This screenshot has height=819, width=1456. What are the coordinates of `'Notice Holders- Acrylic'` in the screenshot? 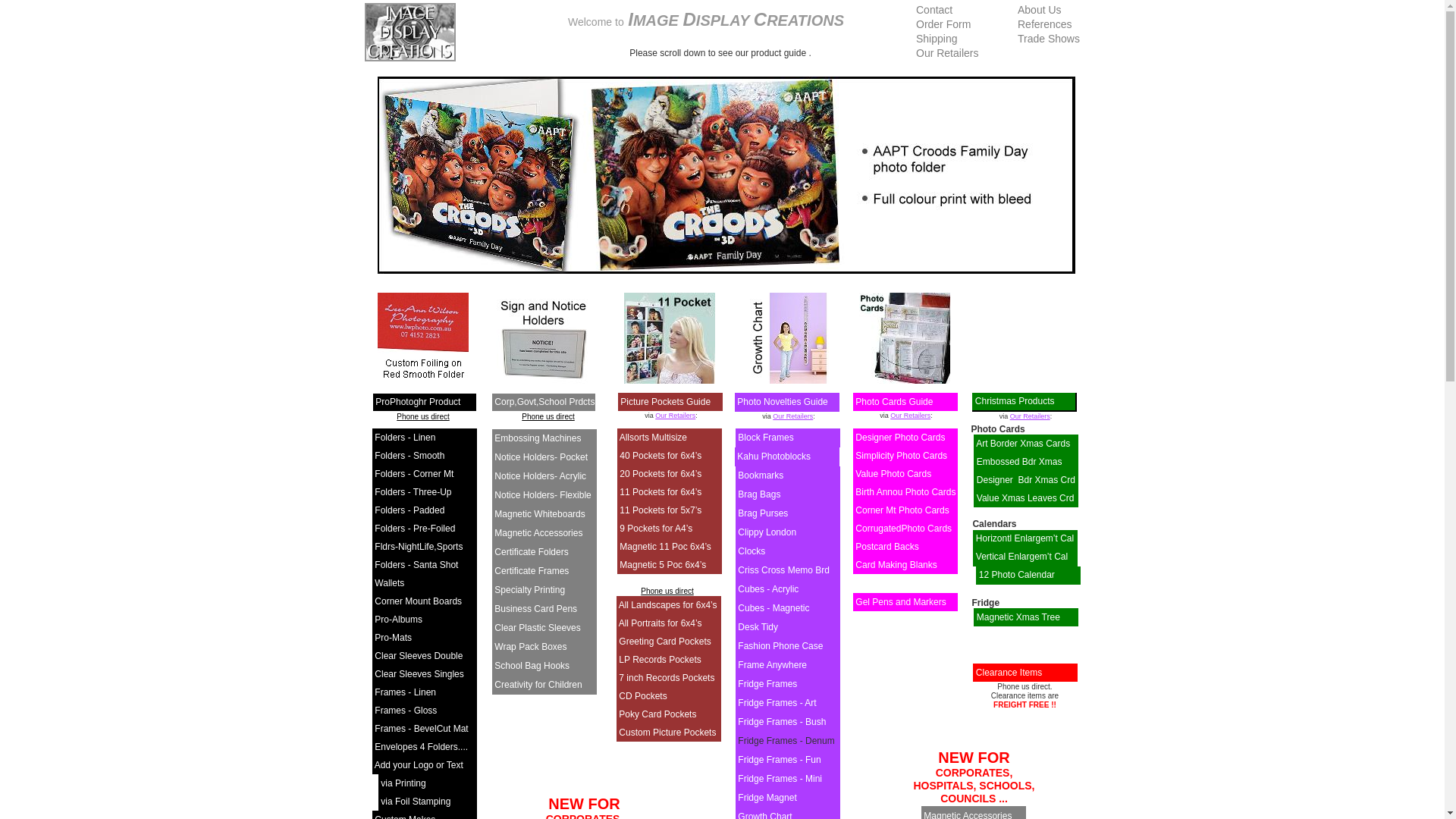 It's located at (540, 475).